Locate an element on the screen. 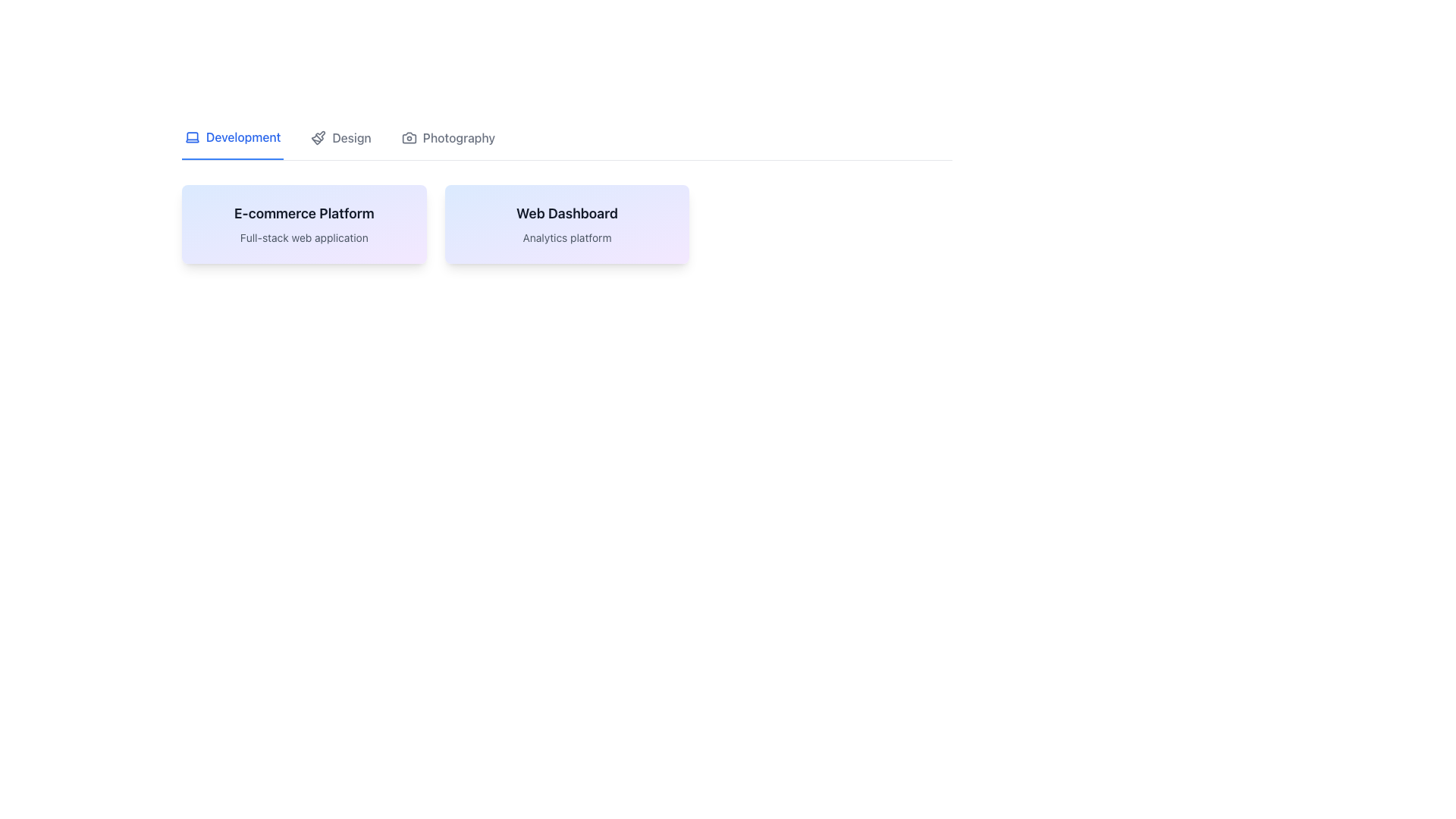 The image size is (1456, 819). the text label reading 'Web Dashboard', which is styled with a larger font size and bold typography, located at the top center of the card layout is located at coordinates (566, 213).